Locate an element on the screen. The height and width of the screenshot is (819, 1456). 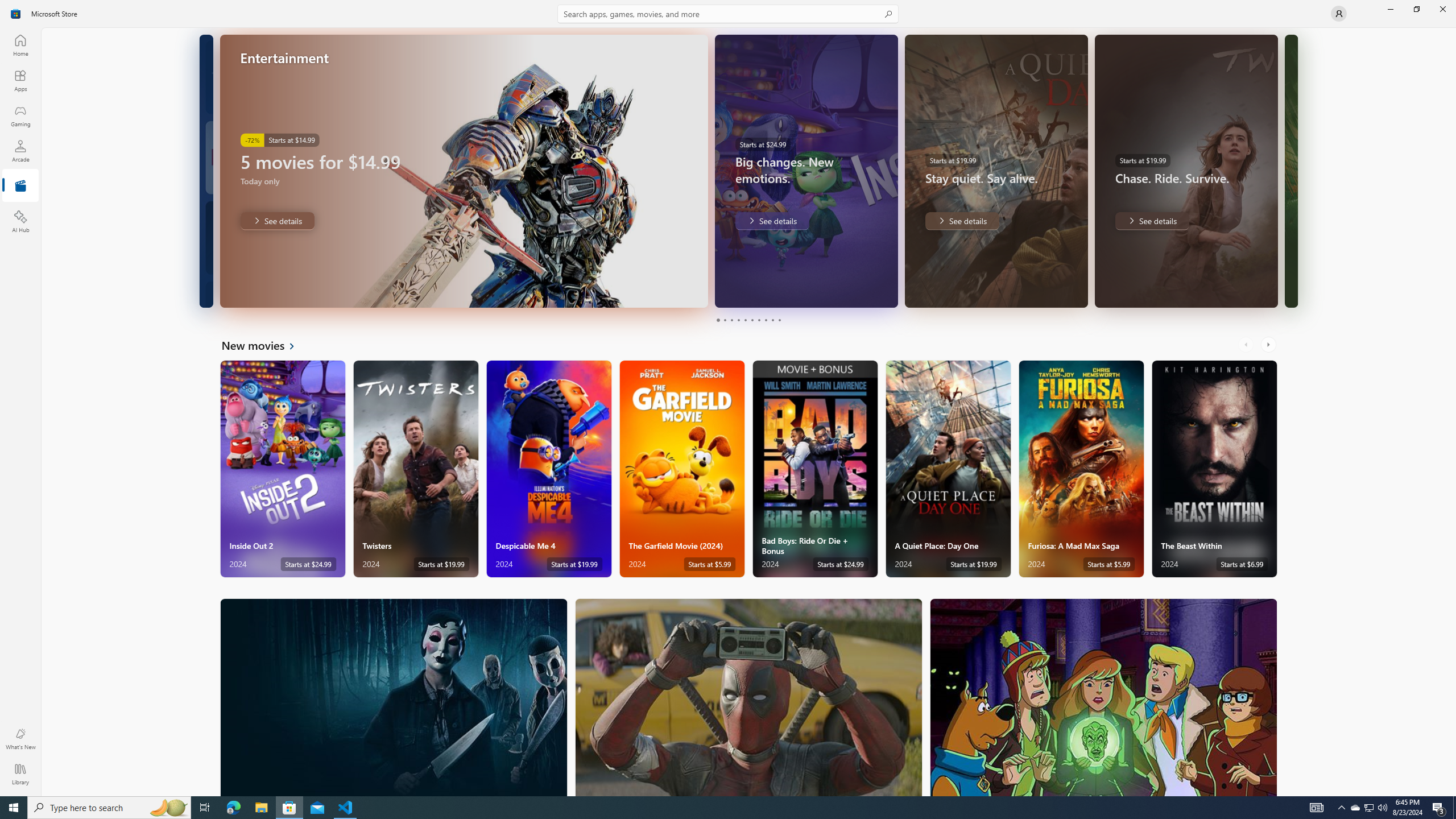
'Apps' is located at coordinates (19, 80).